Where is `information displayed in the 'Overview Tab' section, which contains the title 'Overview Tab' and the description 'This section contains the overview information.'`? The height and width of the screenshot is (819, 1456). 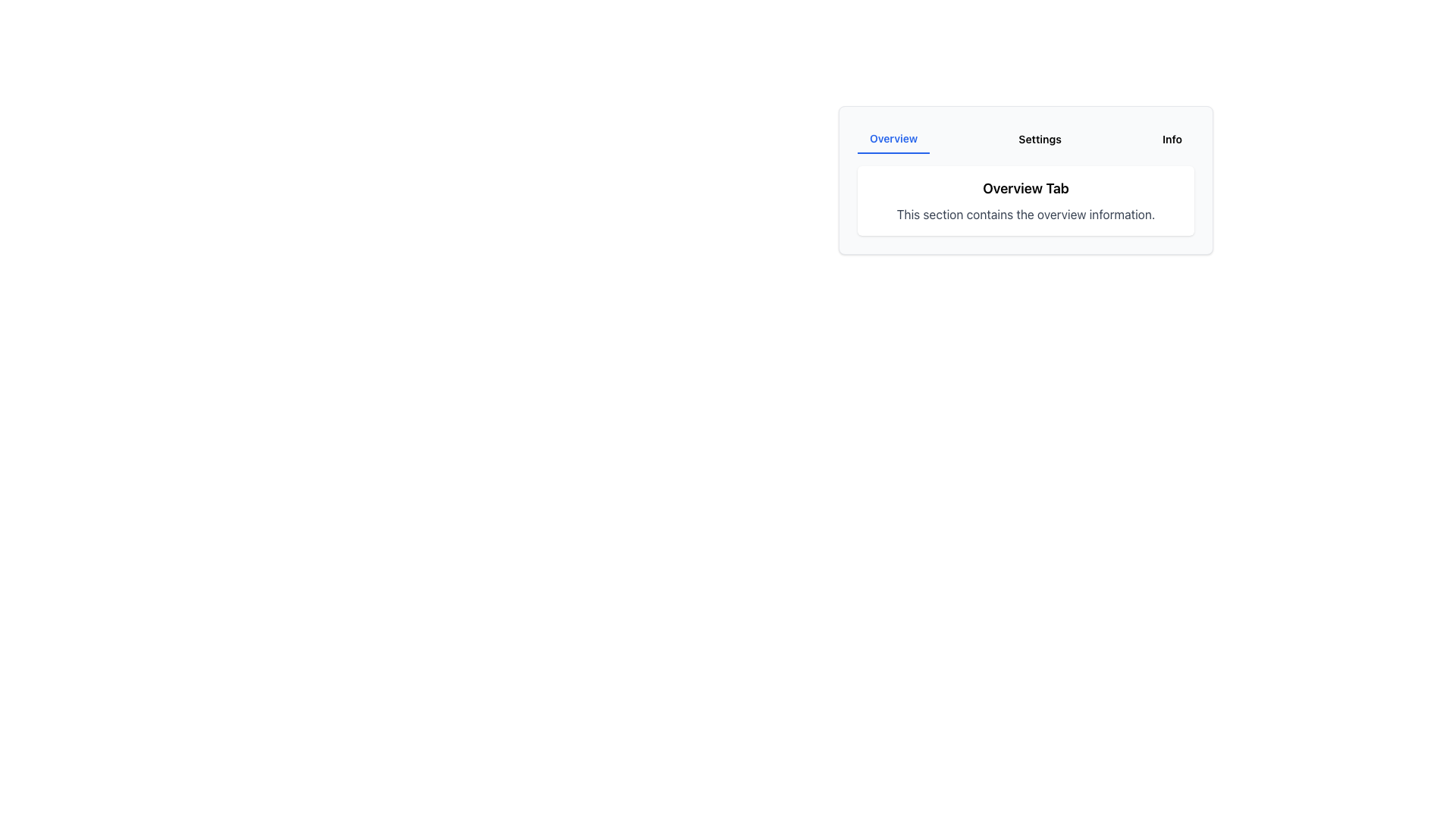
information displayed in the 'Overview Tab' section, which contains the title 'Overview Tab' and the description 'This section contains the overview information.' is located at coordinates (1026, 200).